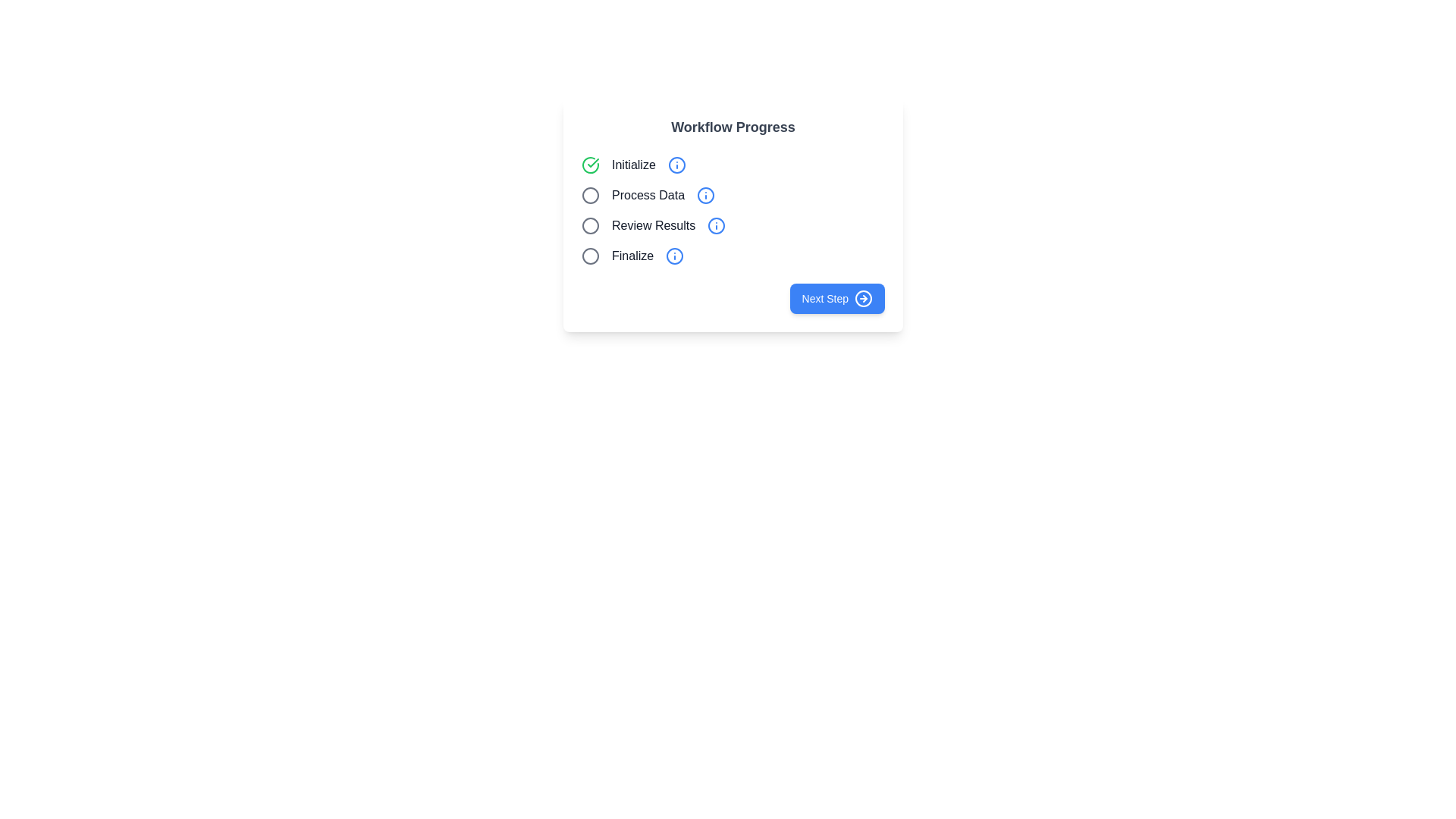 The image size is (1456, 819). I want to click on the 'Review Results' label in the 'Workflow Progress' section, which is the third option in a vertical list, positioned below 'Process Data' and above 'Finalize', so click(654, 225).